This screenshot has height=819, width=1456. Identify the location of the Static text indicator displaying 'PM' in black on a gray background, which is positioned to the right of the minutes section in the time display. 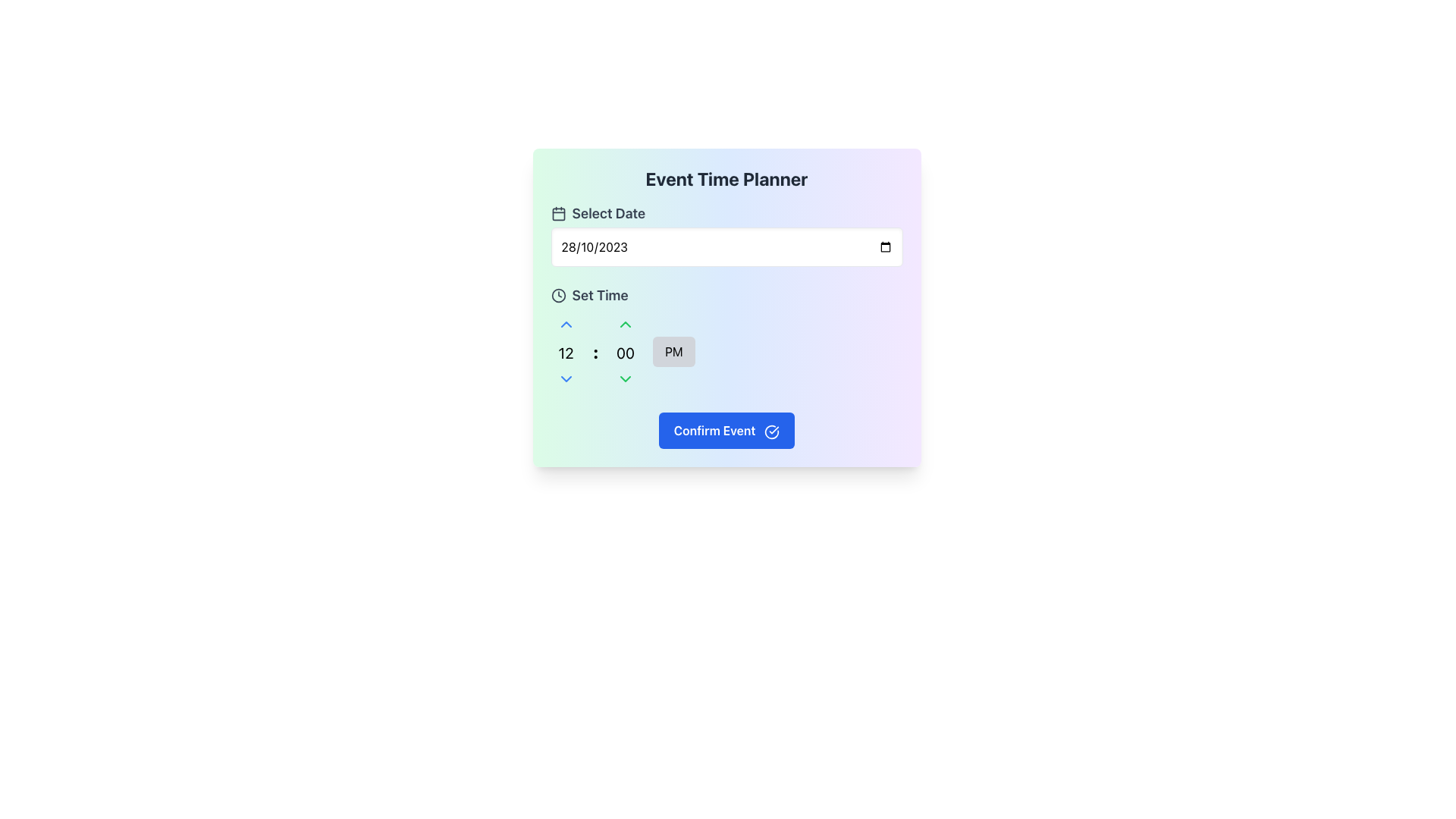
(673, 351).